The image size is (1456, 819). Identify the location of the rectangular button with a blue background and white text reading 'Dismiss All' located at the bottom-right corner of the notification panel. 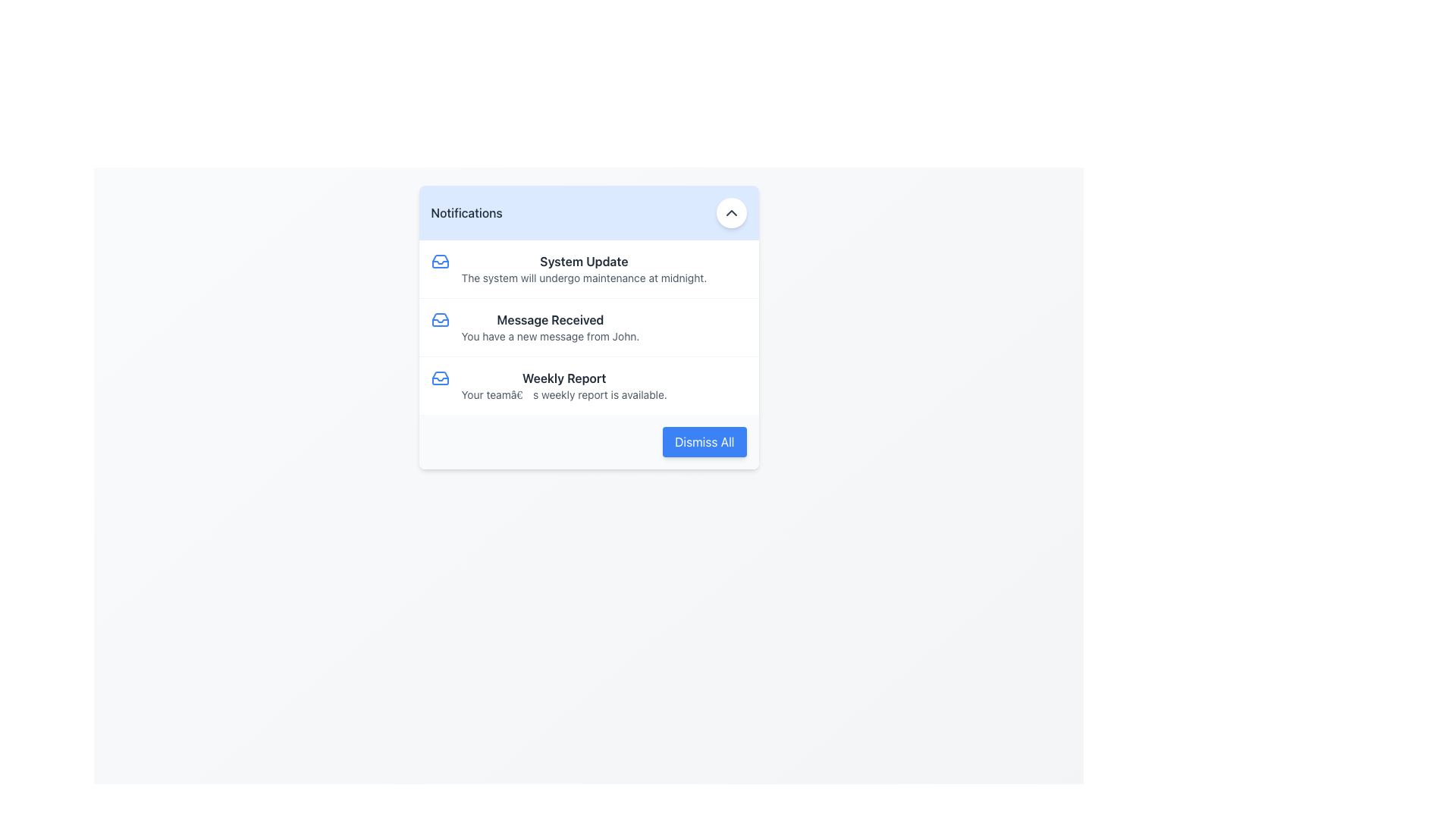
(704, 441).